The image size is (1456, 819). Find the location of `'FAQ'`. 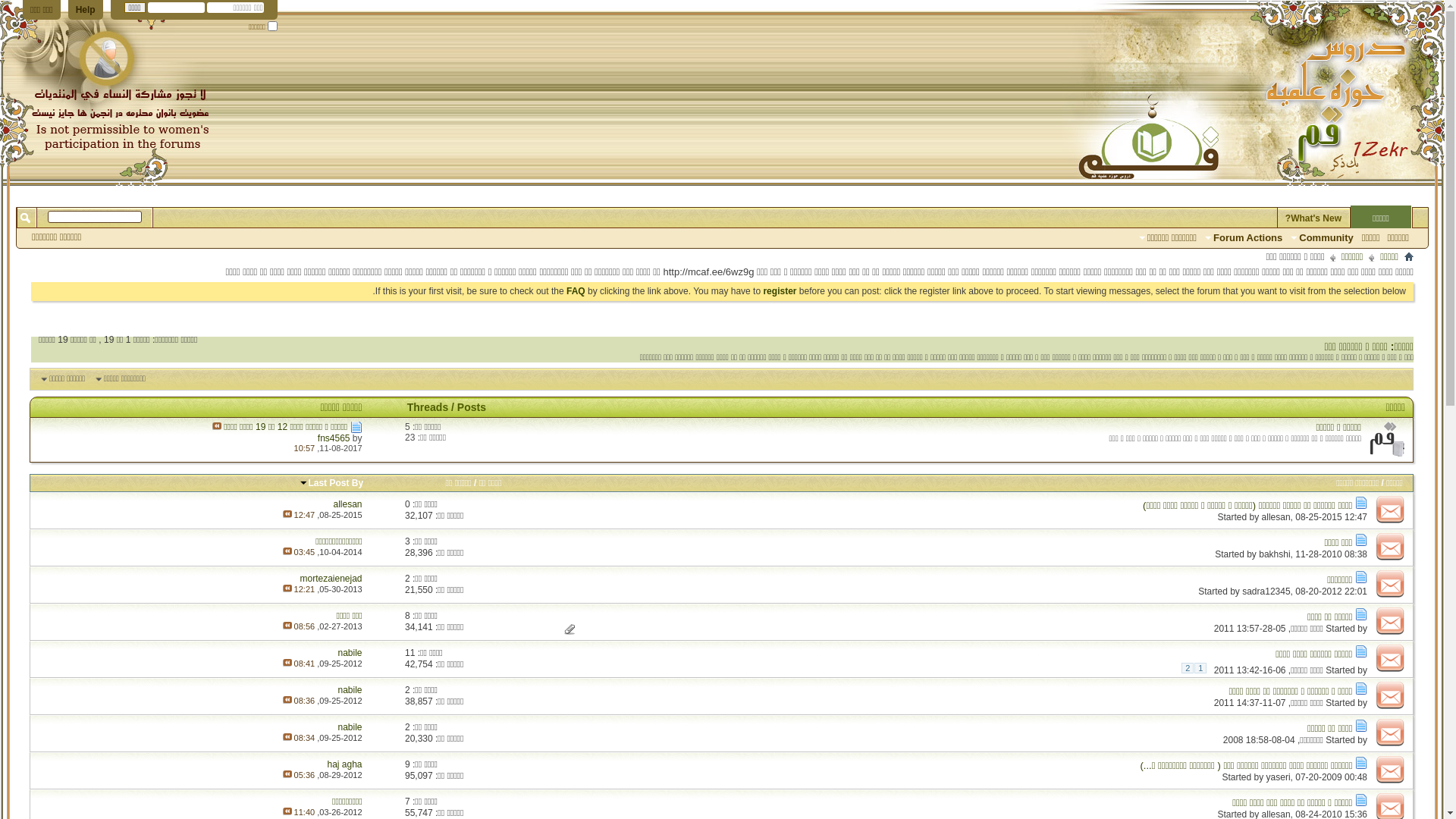

'FAQ' is located at coordinates (575, 291).